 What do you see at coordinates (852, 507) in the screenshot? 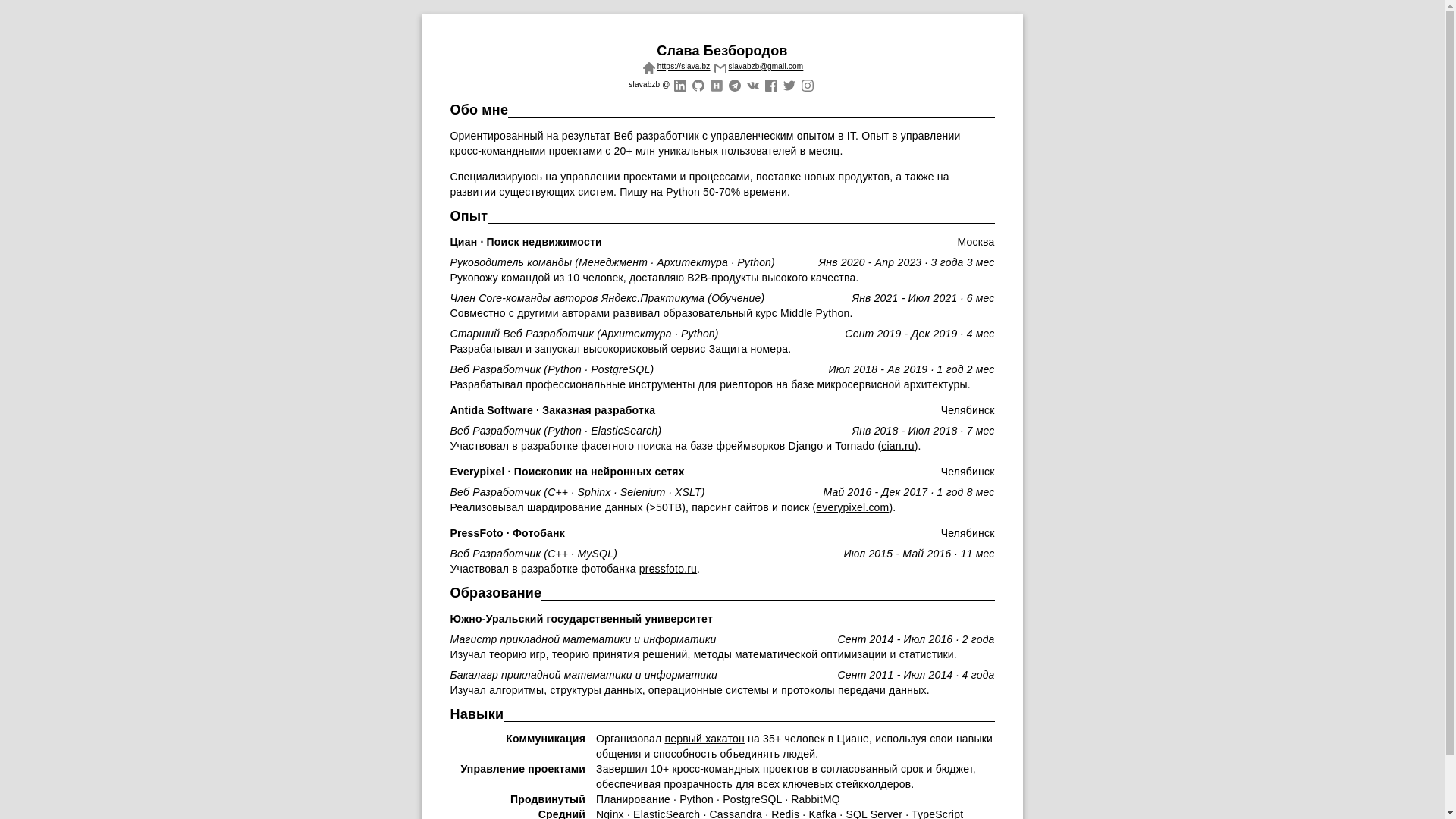
I see `'everypixel.com'` at bounding box center [852, 507].